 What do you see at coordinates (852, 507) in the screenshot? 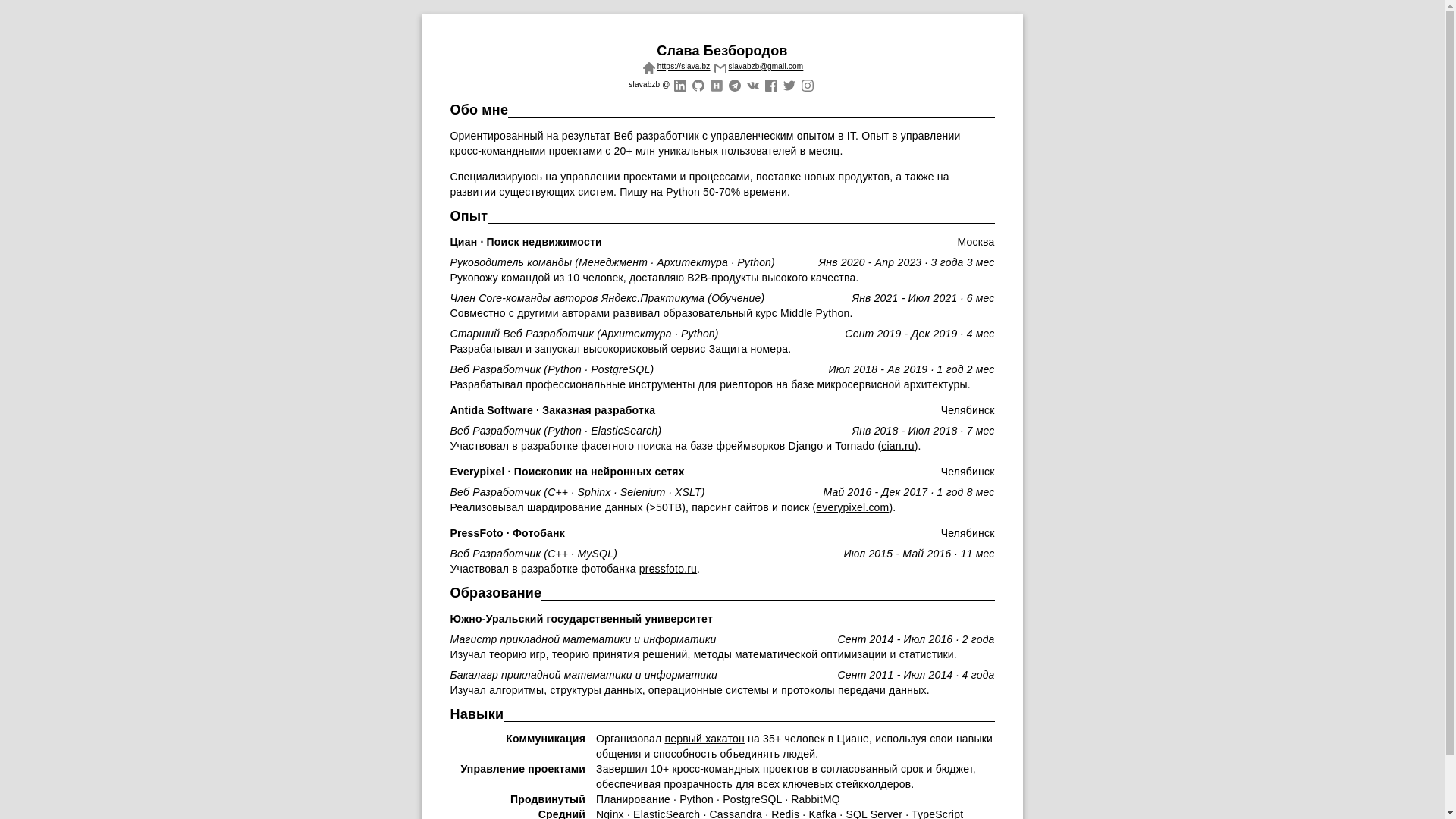
I see `'everypixel.com'` at bounding box center [852, 507].